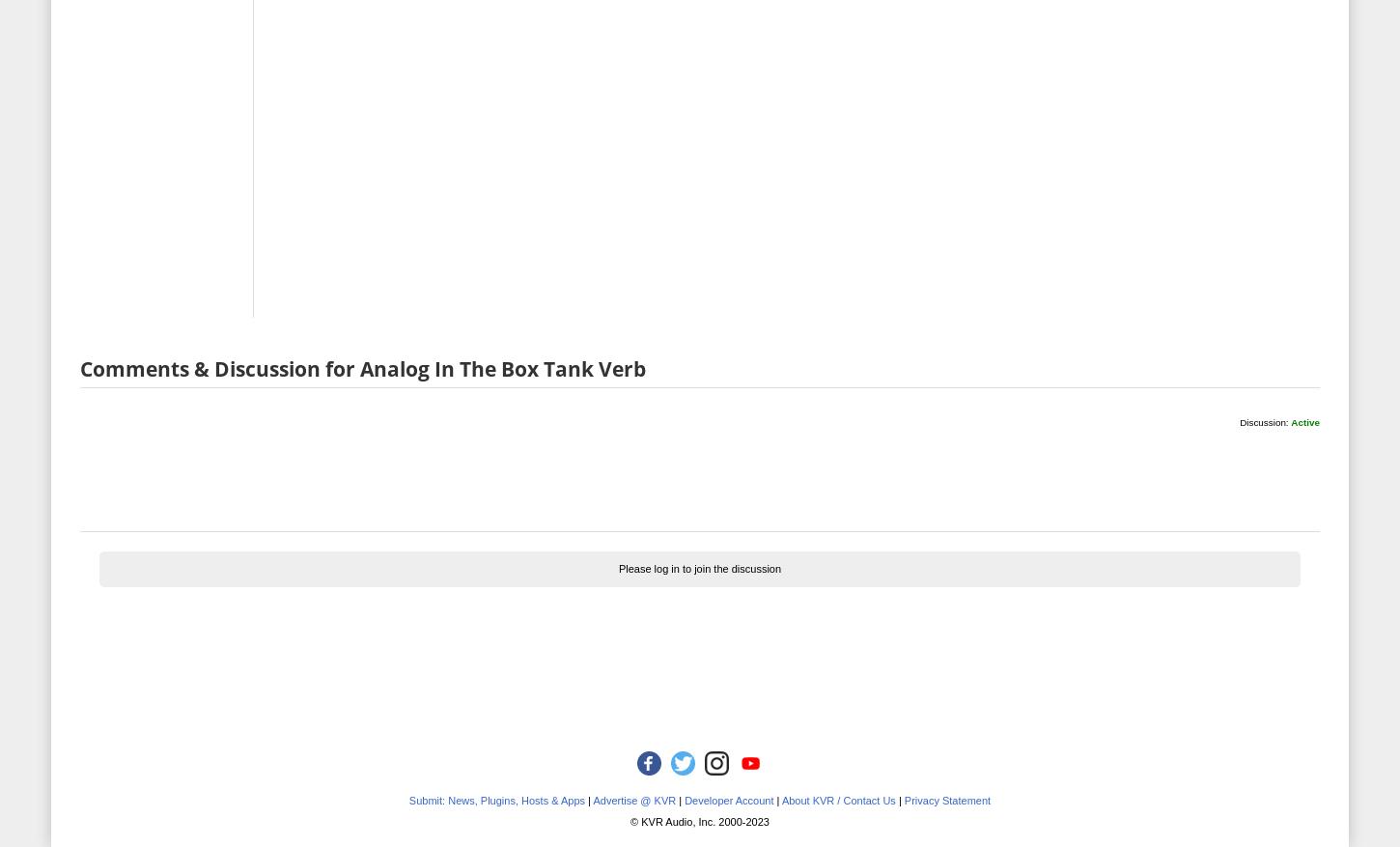 The image size is (1400, 847). I want to click on 'Submit: News, Plugins, Hosts & Apps', so click(496, 798).